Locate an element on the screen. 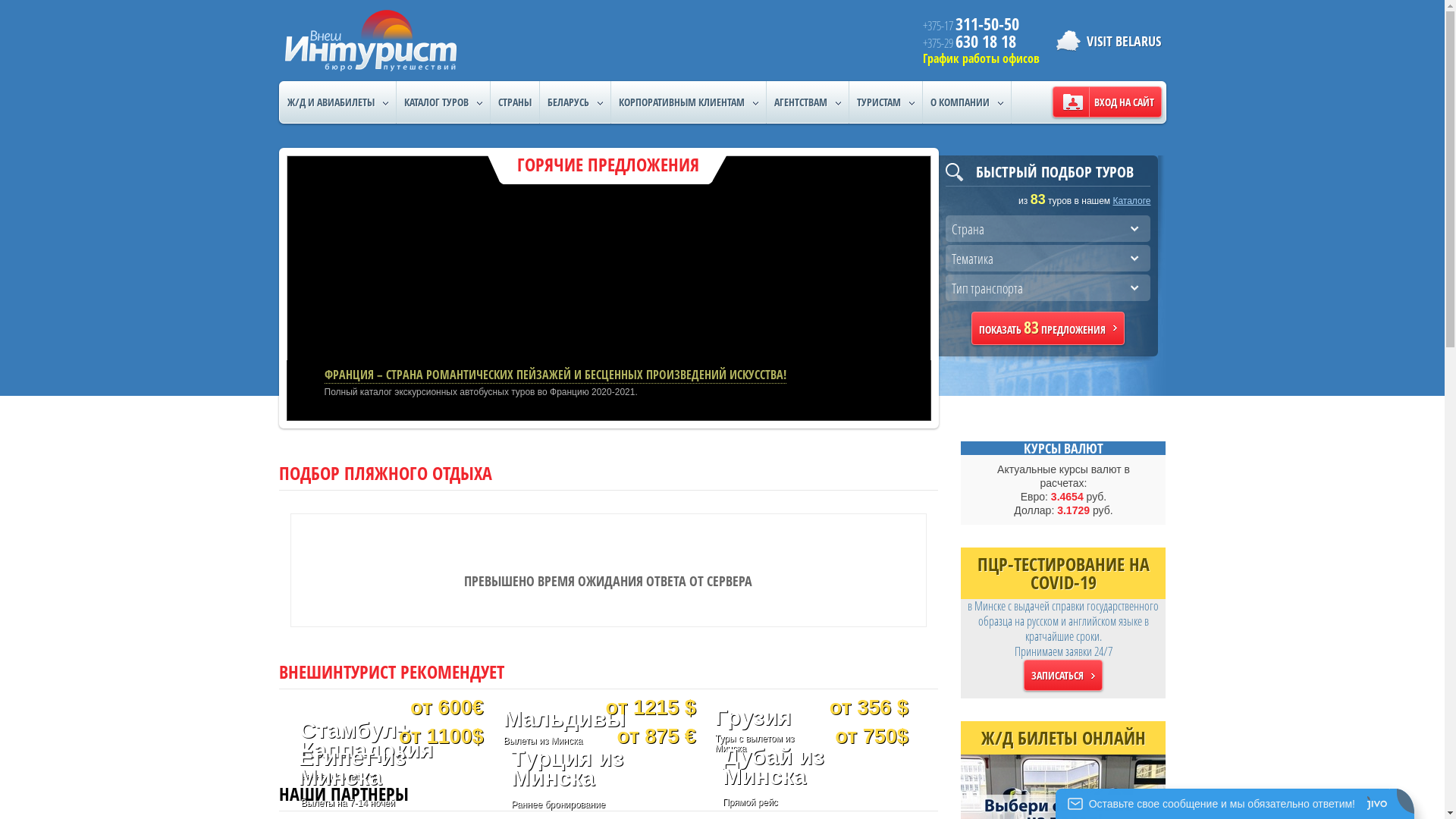  'VISIT BELARUS' is located at coordinates (1103, 40).